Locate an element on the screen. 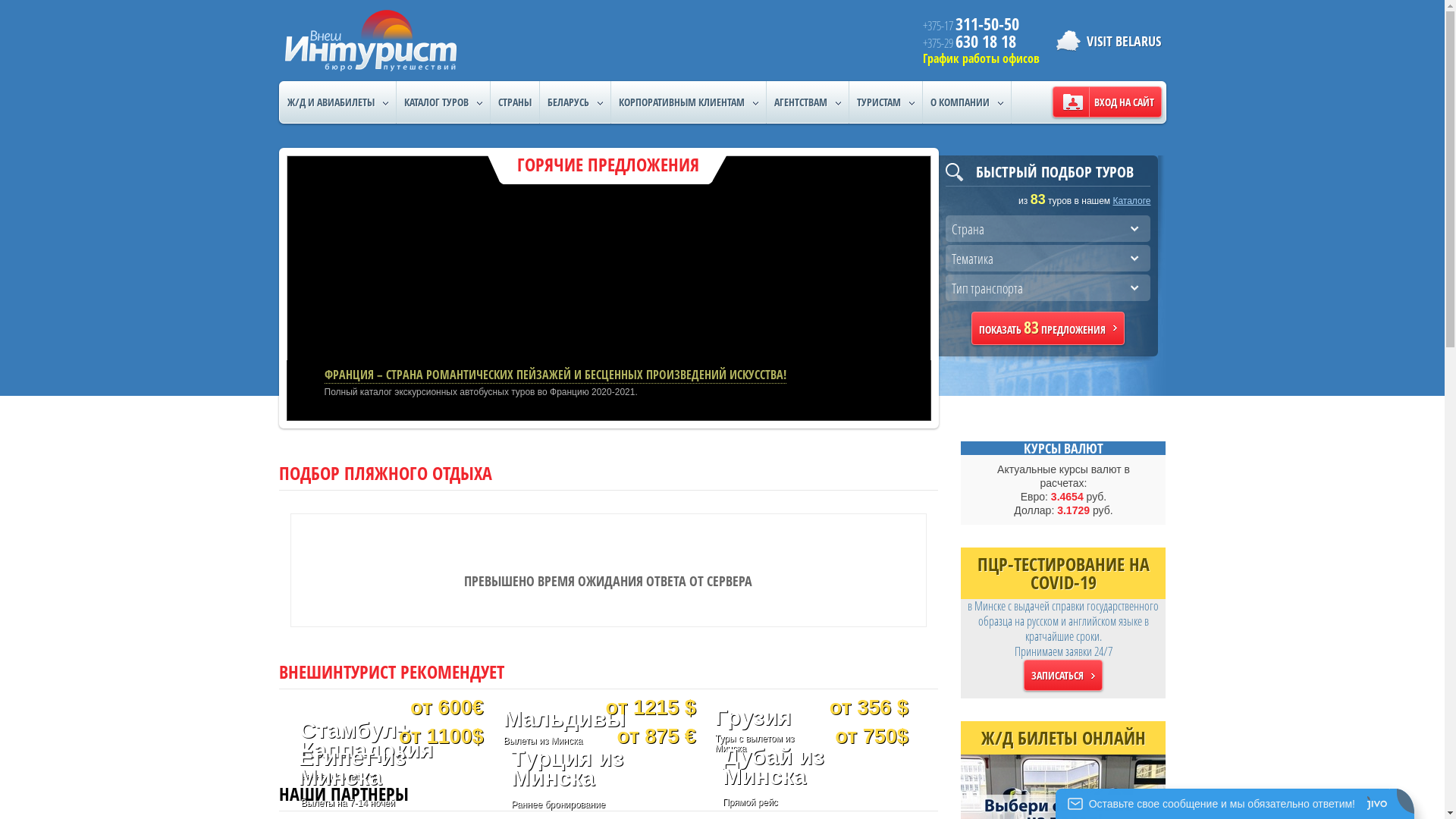  'VISIT BELARUS' is located at coordinates (1103, 40).